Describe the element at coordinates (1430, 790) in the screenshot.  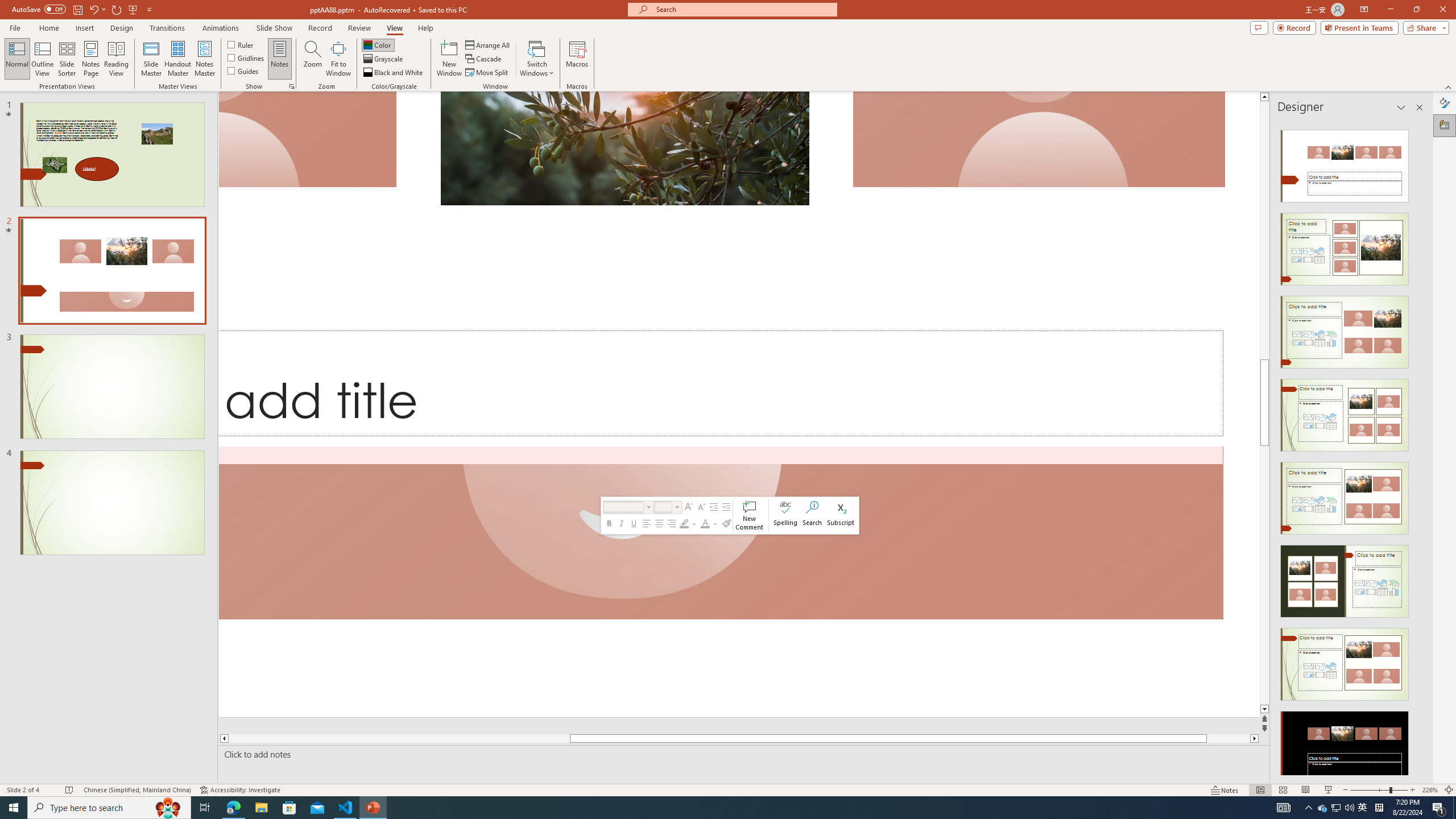
I see `'Zoom 226%'` at that location.